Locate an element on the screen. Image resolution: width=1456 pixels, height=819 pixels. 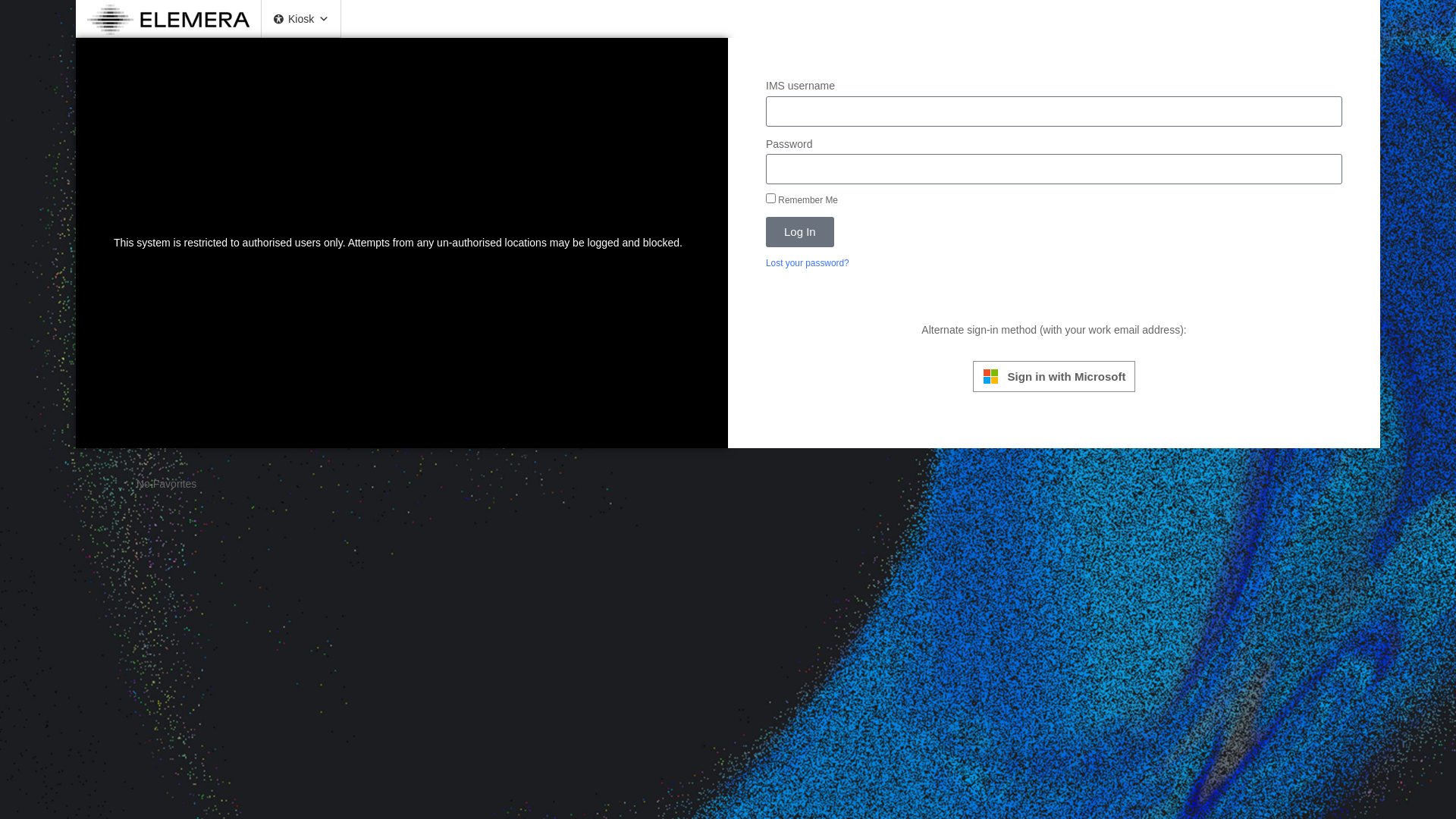
'Sign in with Microsoft' is located at coordinates (1053, 375).